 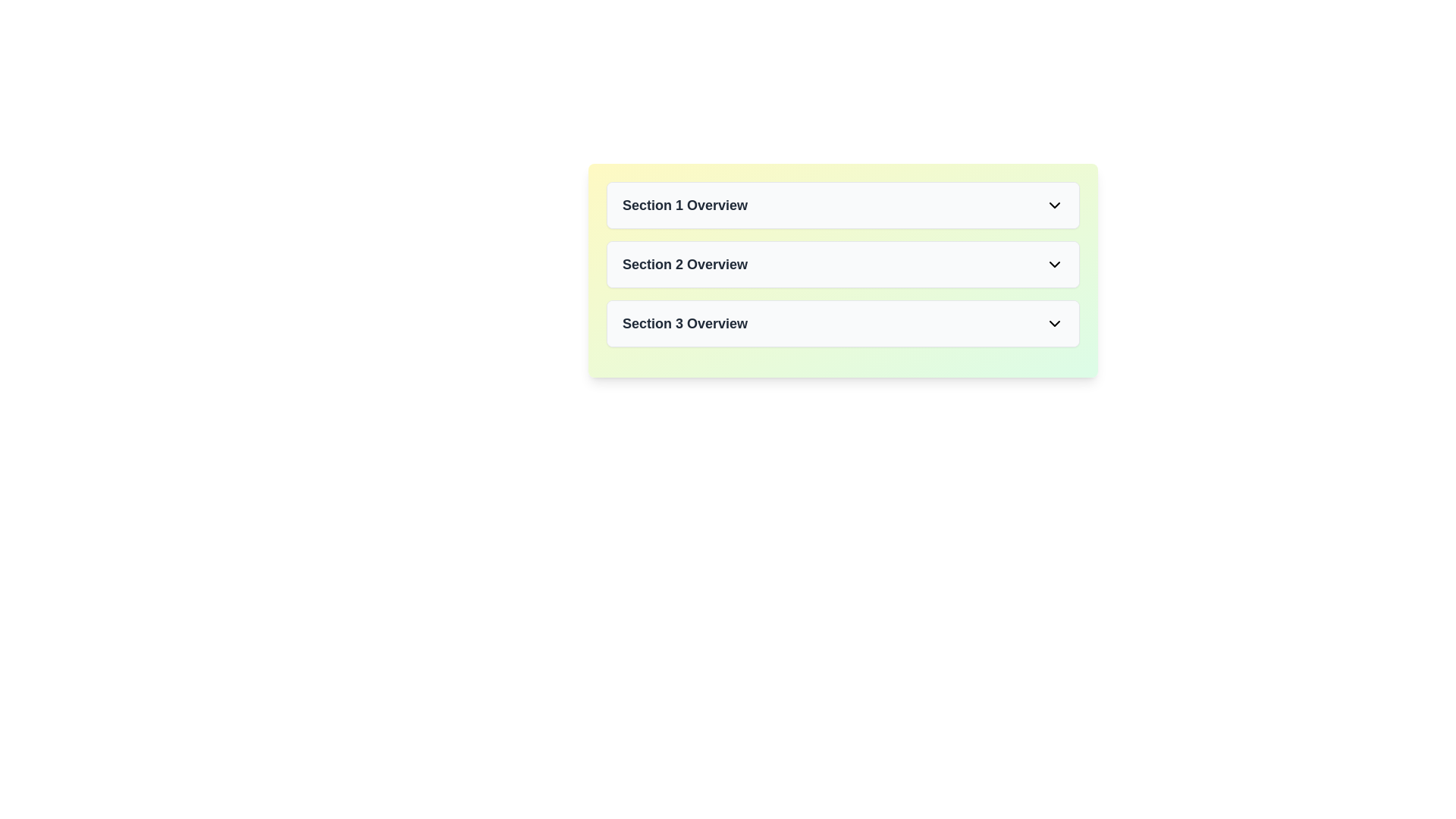 I want to click on the text label 'Section 2 Overview', which is a bold, dark gray label on a white background, positioned within the second section header, so click(x=684, y=263).